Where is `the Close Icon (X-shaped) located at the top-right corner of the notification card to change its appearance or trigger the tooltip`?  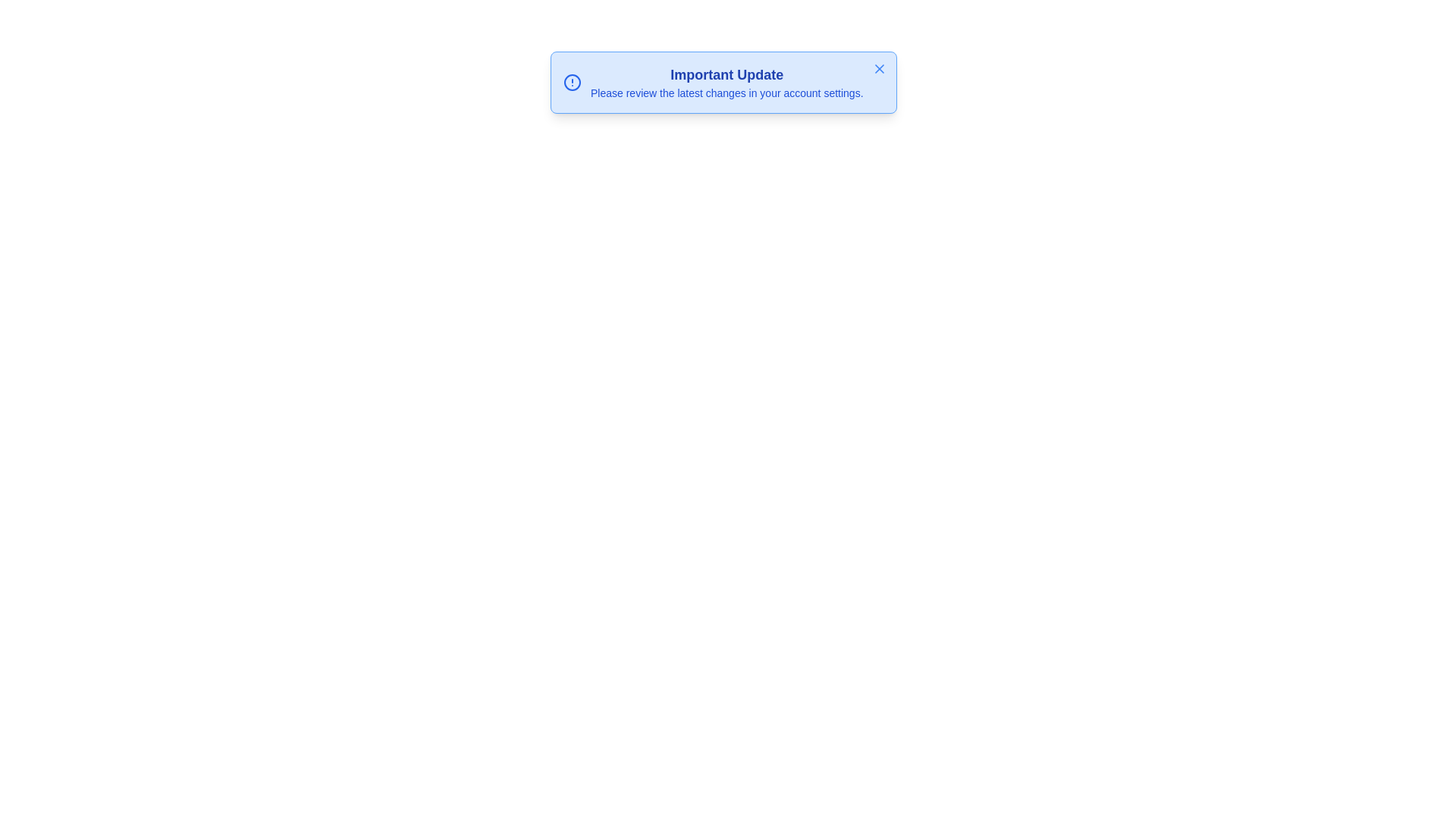
the Close Icon (X-shaped) located at the top-right corner of the notification card to change its appearance or trigger the tooltip is located at coordinates (880, 69).